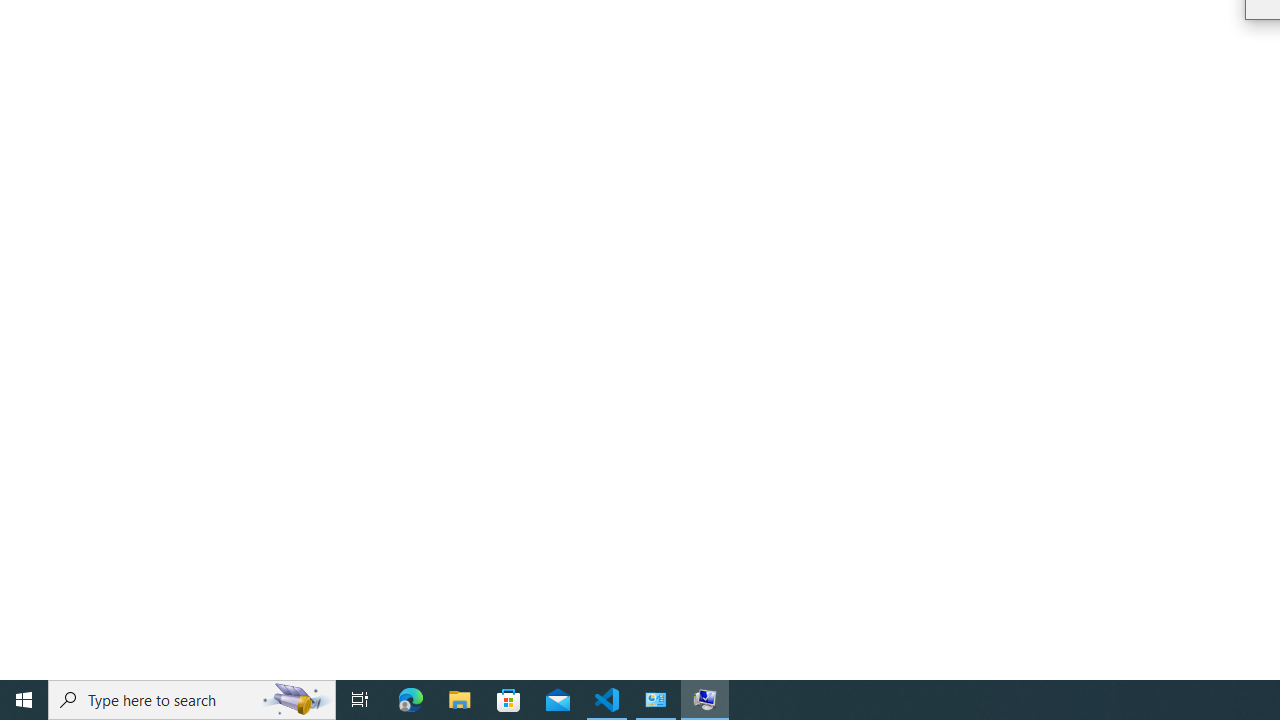  Describe the element at coordinates (459, 698) in the screenshot. I see `'File Explorer'` at that location.